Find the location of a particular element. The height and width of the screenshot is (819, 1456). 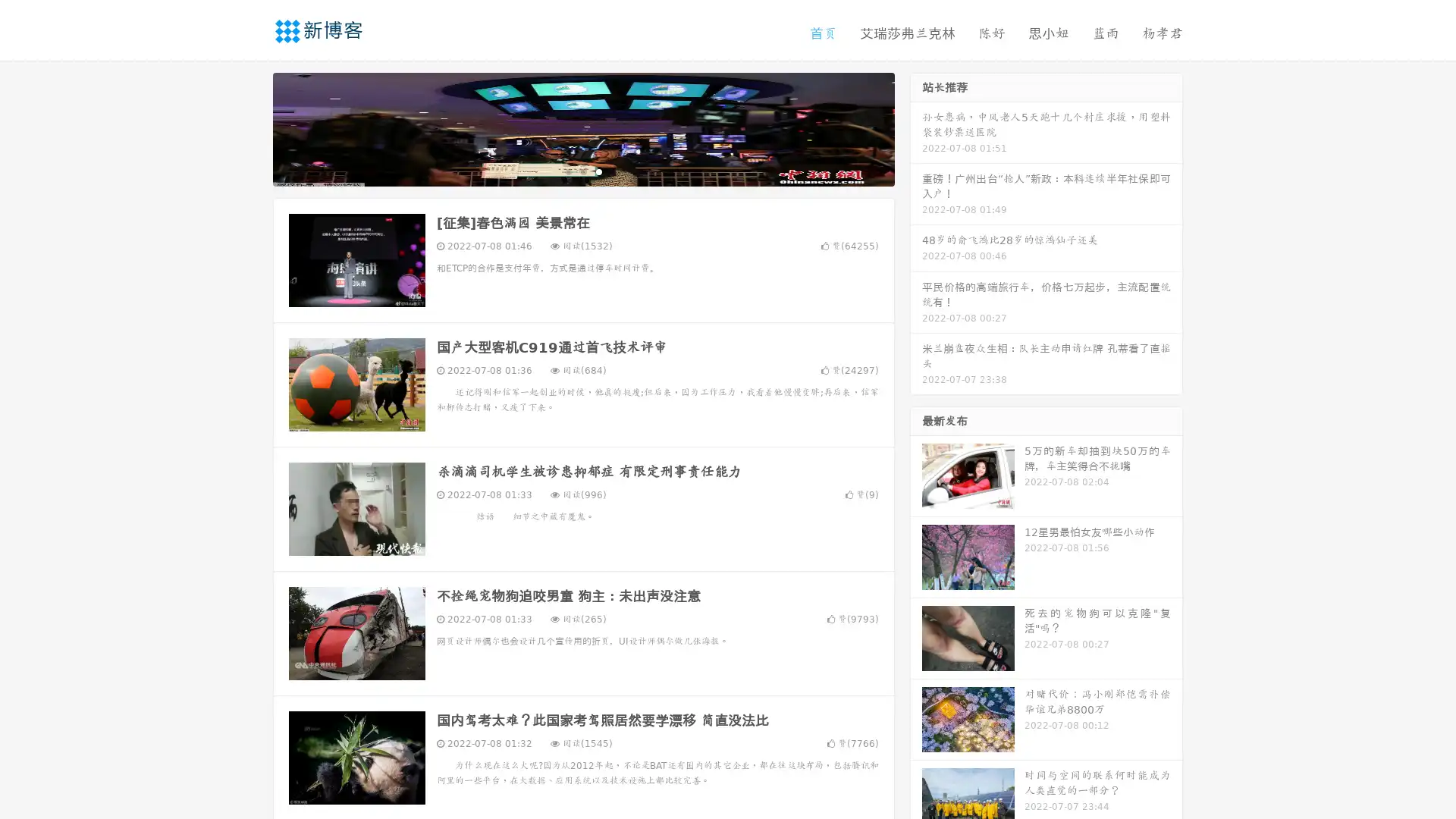

Go to slide 3 is located at coordinates (598, 171).